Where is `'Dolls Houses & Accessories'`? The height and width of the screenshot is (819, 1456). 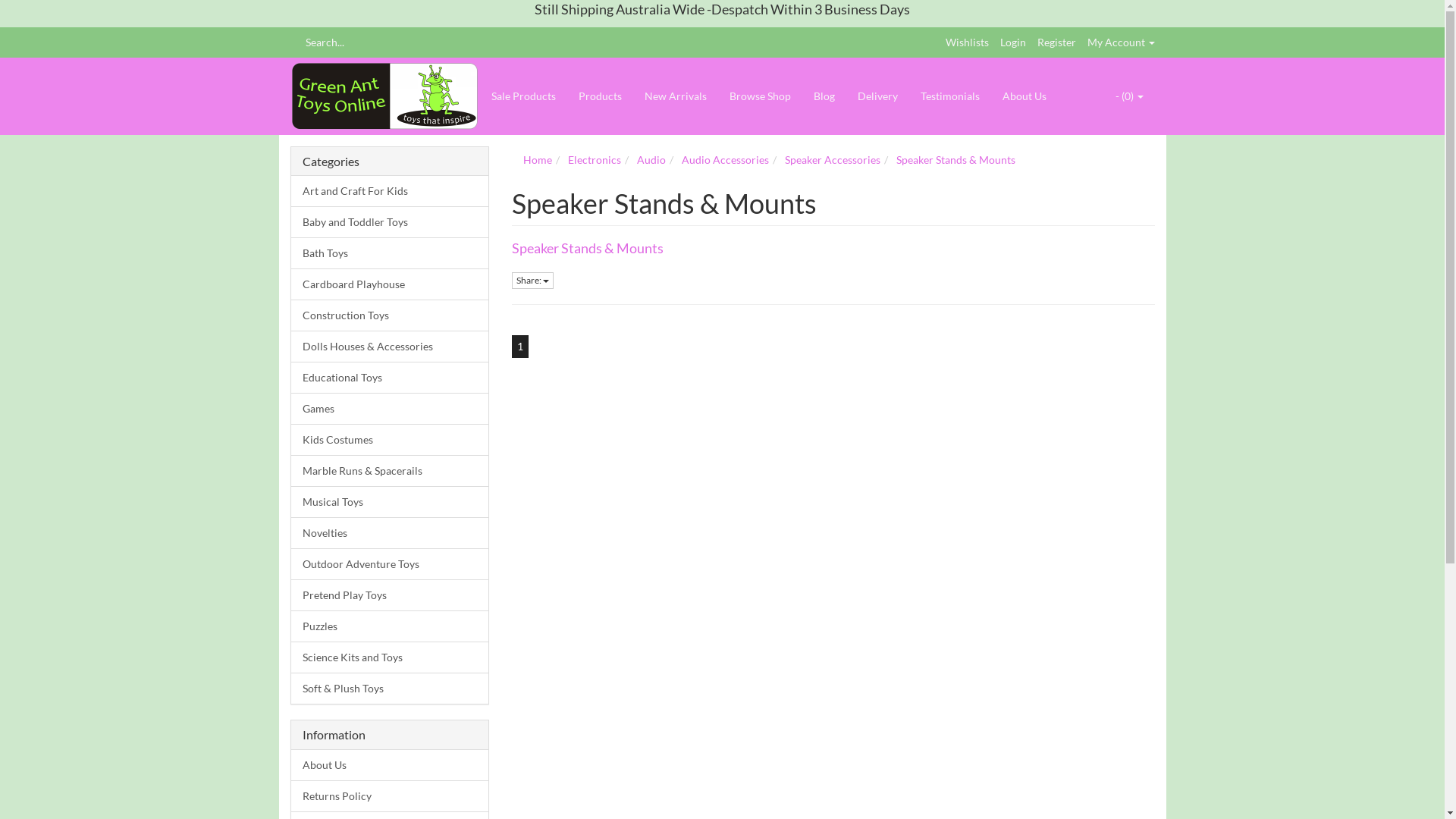
'Dolls Houses & Accessories' is located at coordinates (291, 346).